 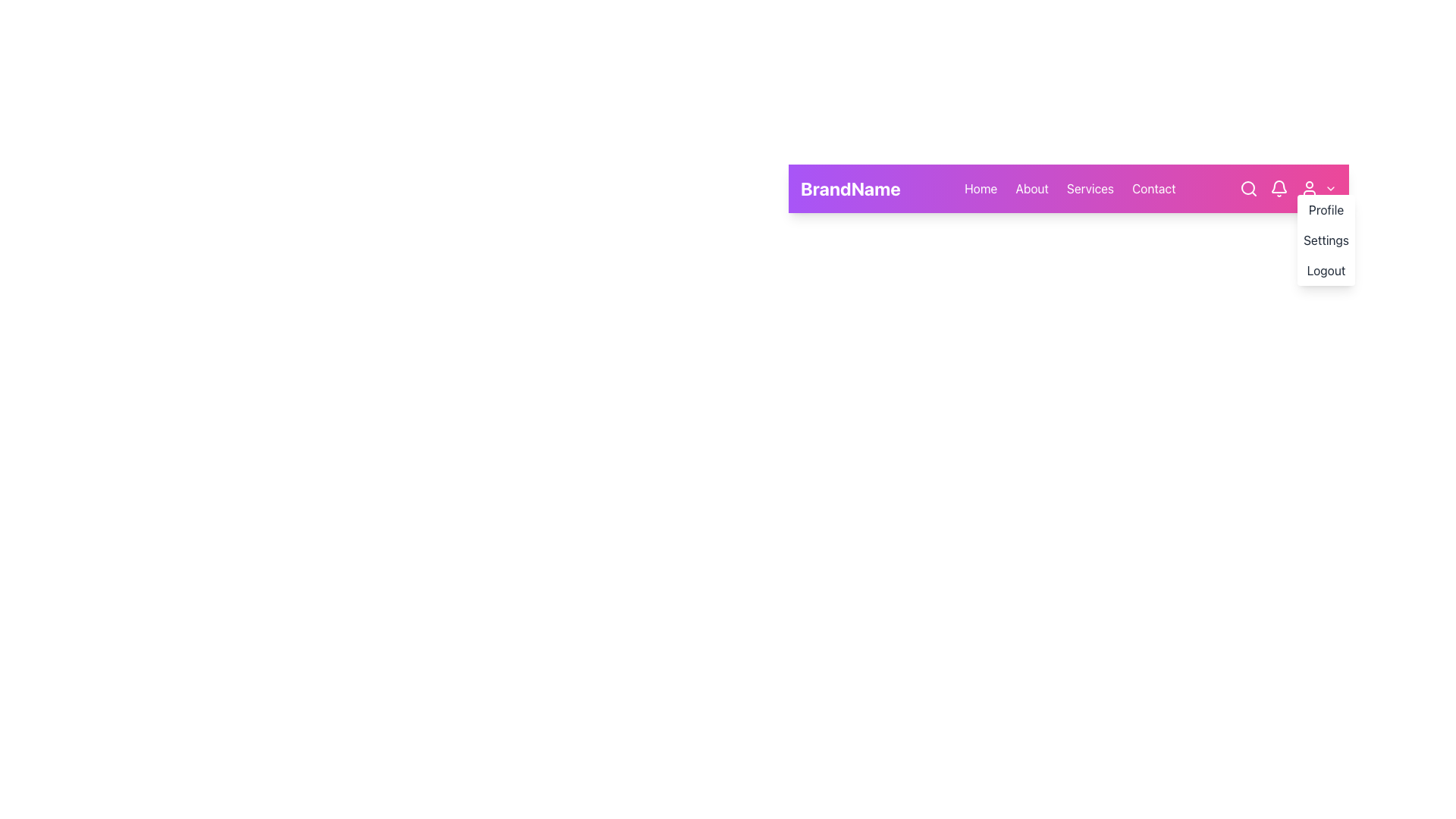 What do you see at coordinates (1090, 188) in the screenshot?
I see `the 'Services' hyperlink in the horizontal navigation bar to observe the underline effect` at bounding box center [1090, 188].